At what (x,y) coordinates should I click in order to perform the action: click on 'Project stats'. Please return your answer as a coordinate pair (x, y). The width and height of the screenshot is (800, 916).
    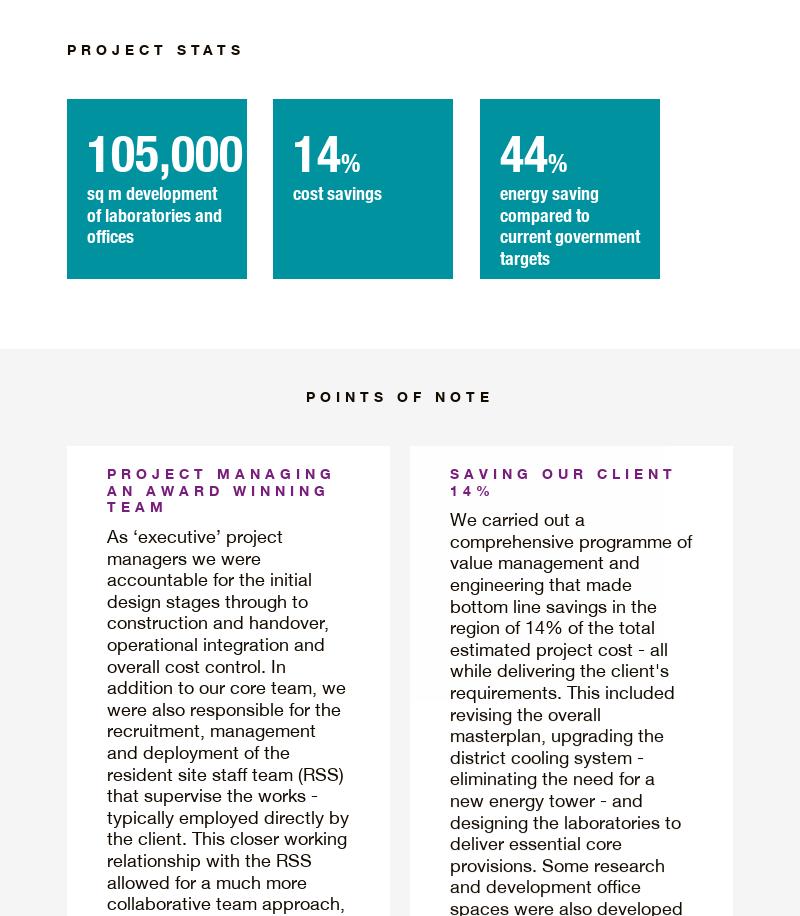
    Looking at the image, I should click on (155, 49).